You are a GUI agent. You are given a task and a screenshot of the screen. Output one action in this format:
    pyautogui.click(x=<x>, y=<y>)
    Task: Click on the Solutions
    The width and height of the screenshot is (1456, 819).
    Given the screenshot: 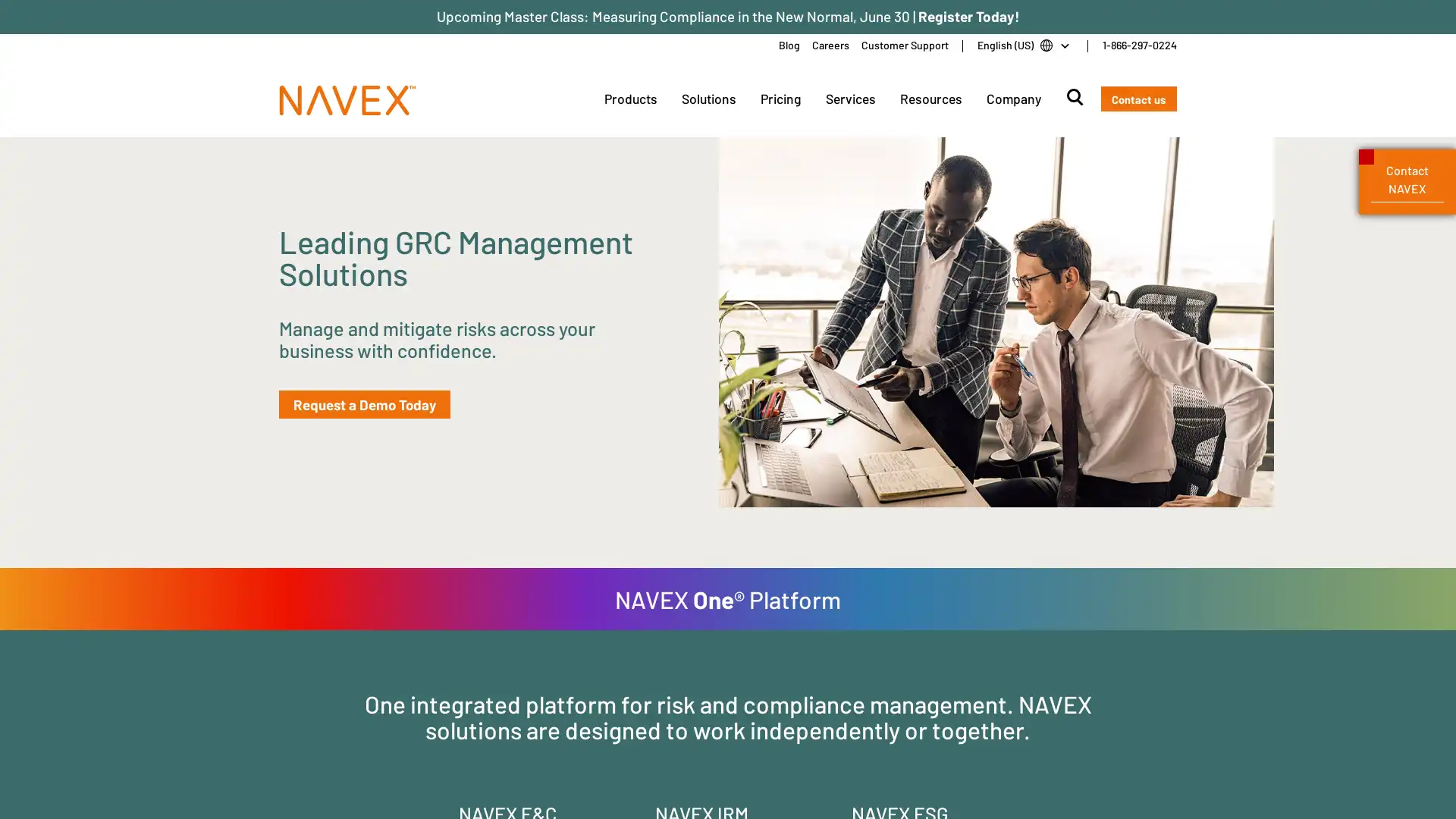 What is the action you would take?
    pyautogui.click(x=708, y=99)
    